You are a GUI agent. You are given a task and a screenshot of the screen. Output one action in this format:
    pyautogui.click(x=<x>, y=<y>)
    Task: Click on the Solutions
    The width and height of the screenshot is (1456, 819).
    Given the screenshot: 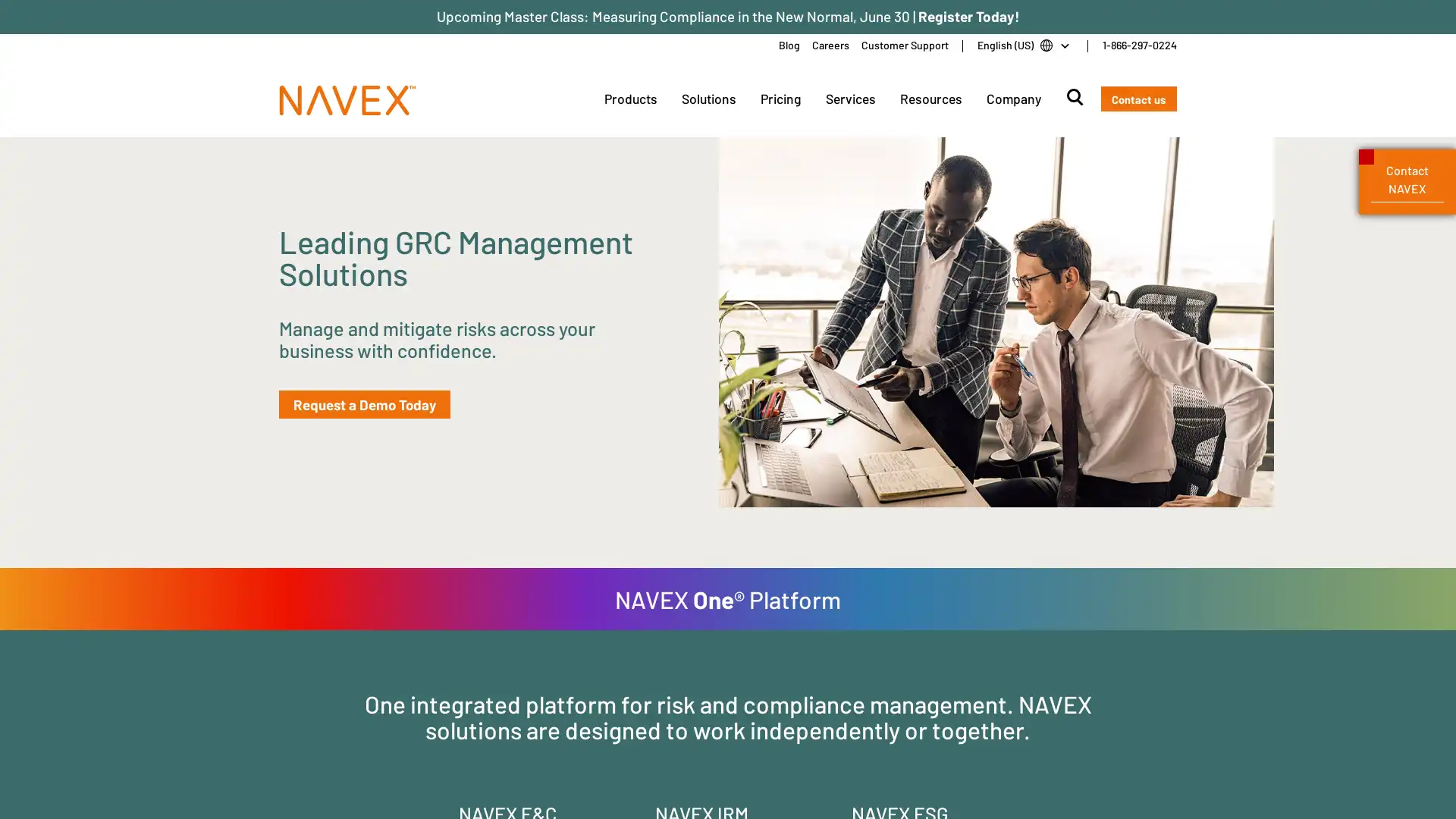 What is the action you would take?
    pyautogui.click(x=708, y=99)
    